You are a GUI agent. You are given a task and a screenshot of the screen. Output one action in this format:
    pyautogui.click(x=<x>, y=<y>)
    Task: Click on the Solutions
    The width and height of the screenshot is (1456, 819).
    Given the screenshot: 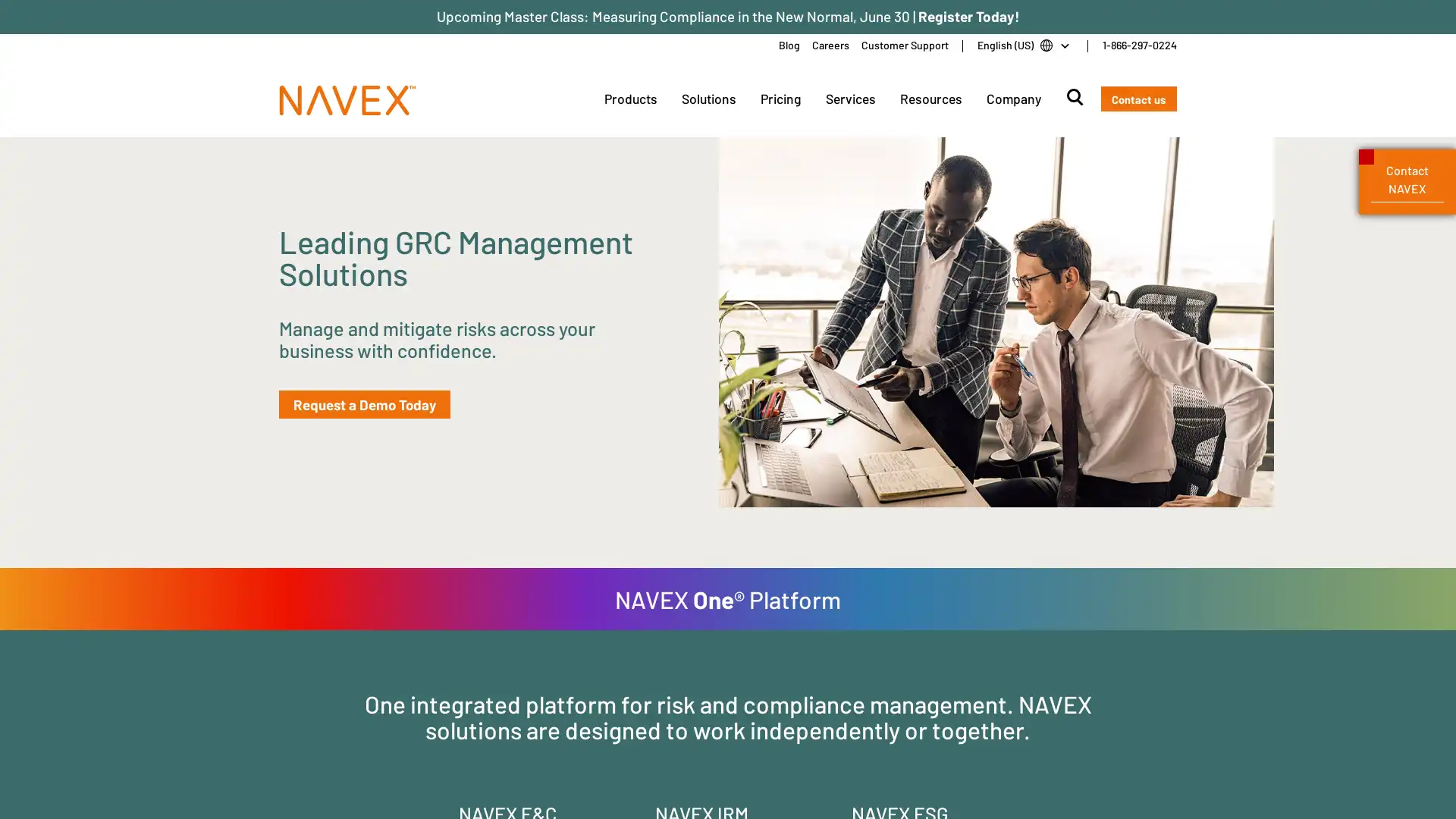 What is the action you would take?
    pyautogui.click(x=708, y=99)
    